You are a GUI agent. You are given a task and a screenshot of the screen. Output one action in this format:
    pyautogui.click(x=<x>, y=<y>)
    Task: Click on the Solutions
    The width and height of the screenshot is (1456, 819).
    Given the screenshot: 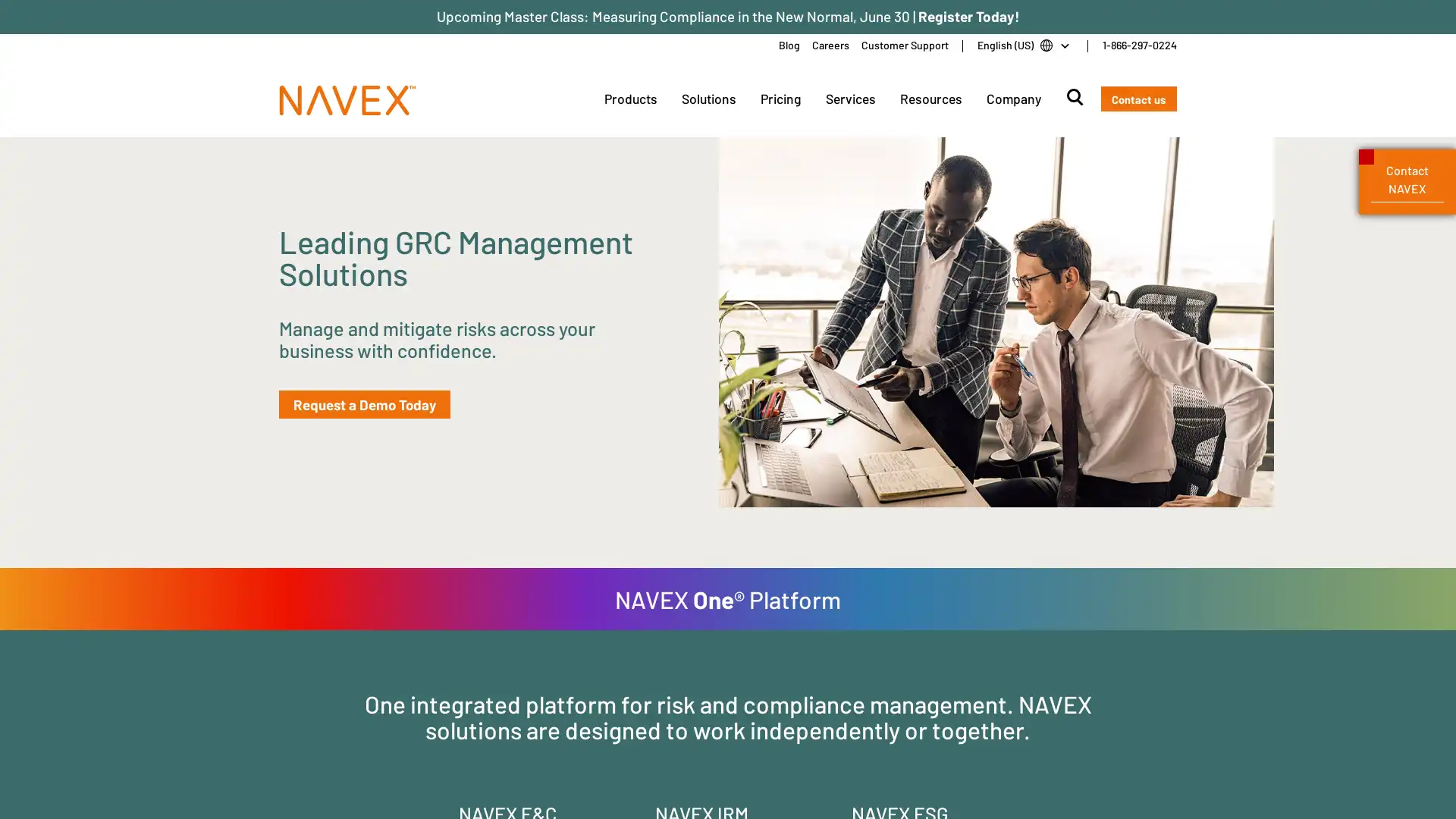 What is the action you would take?
    pyautogui.click(x=708, y=99)
    